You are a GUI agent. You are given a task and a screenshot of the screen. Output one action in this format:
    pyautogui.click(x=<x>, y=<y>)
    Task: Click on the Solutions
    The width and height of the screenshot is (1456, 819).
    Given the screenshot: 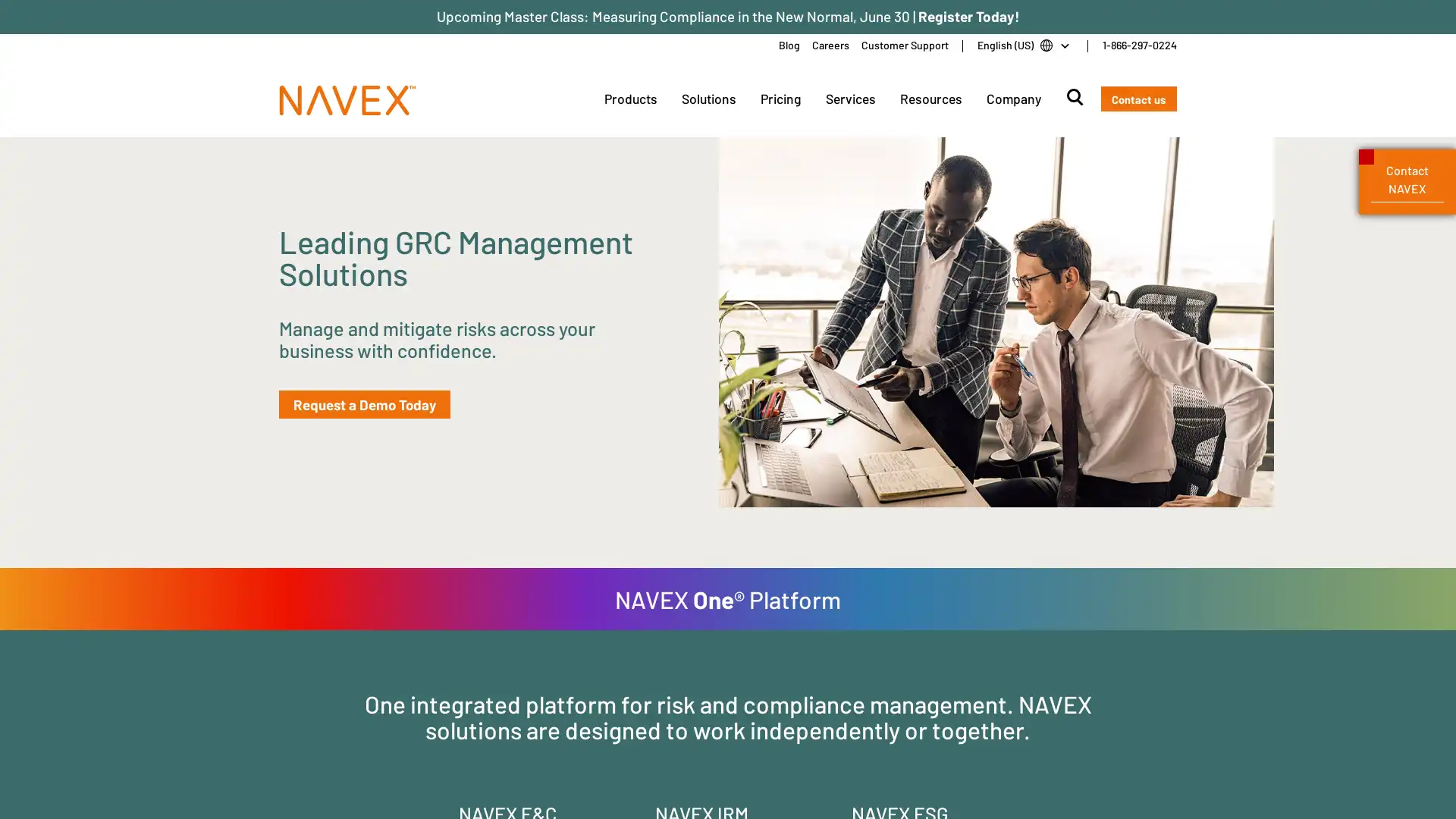 What is the action you would take?
    pyautogui.click(x=708, y=99)
    